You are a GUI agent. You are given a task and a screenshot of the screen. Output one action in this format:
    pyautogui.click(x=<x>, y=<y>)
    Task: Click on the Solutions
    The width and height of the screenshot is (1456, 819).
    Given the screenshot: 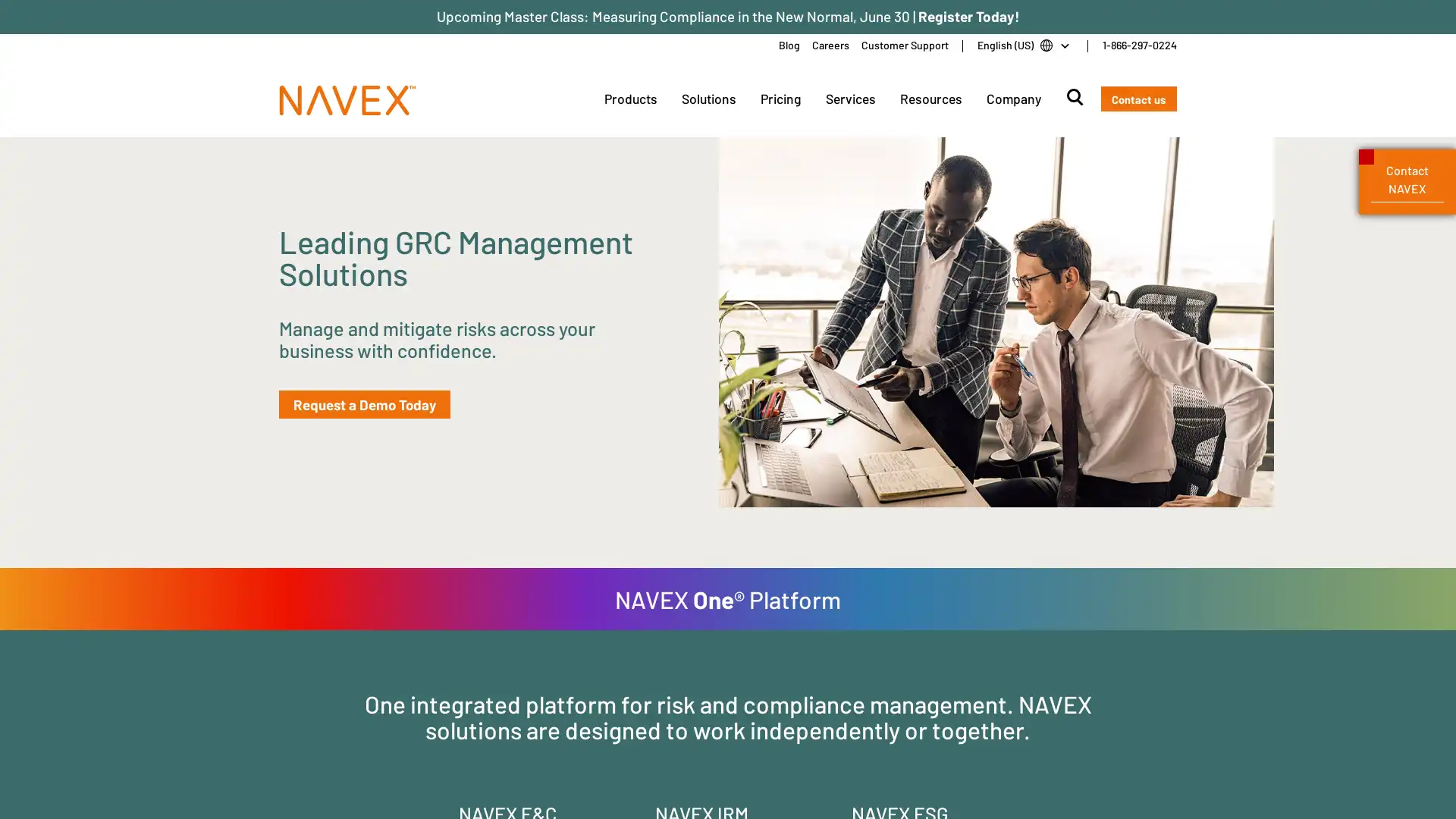 What is the action you would take?
    pyautogui.click(x=708, y=99)
    